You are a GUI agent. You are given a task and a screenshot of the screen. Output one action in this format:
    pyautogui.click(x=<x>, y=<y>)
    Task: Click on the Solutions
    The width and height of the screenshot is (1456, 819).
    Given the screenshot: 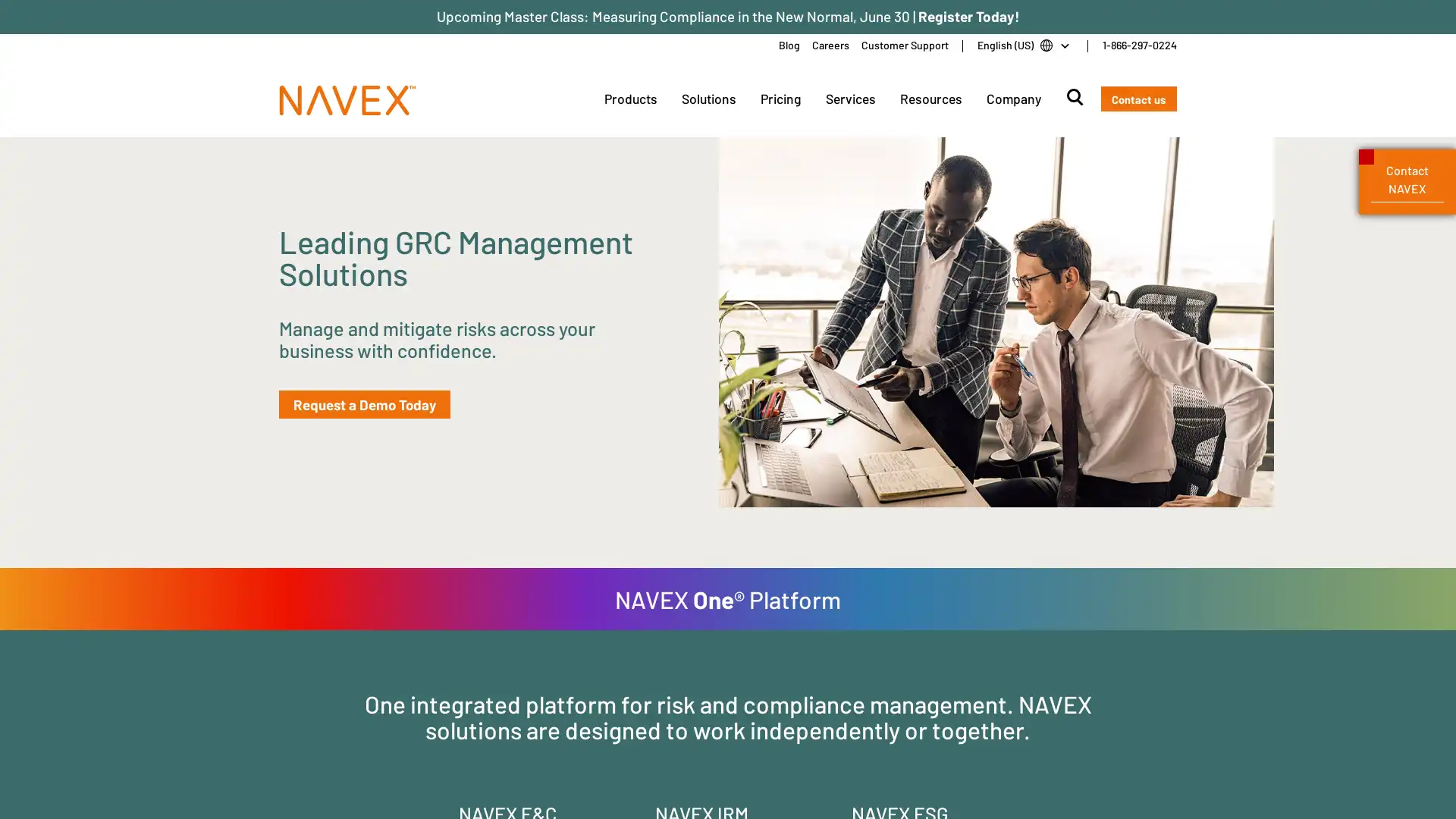 What is the action you would take?
    pyautogui.click(x=708, y=99)
    